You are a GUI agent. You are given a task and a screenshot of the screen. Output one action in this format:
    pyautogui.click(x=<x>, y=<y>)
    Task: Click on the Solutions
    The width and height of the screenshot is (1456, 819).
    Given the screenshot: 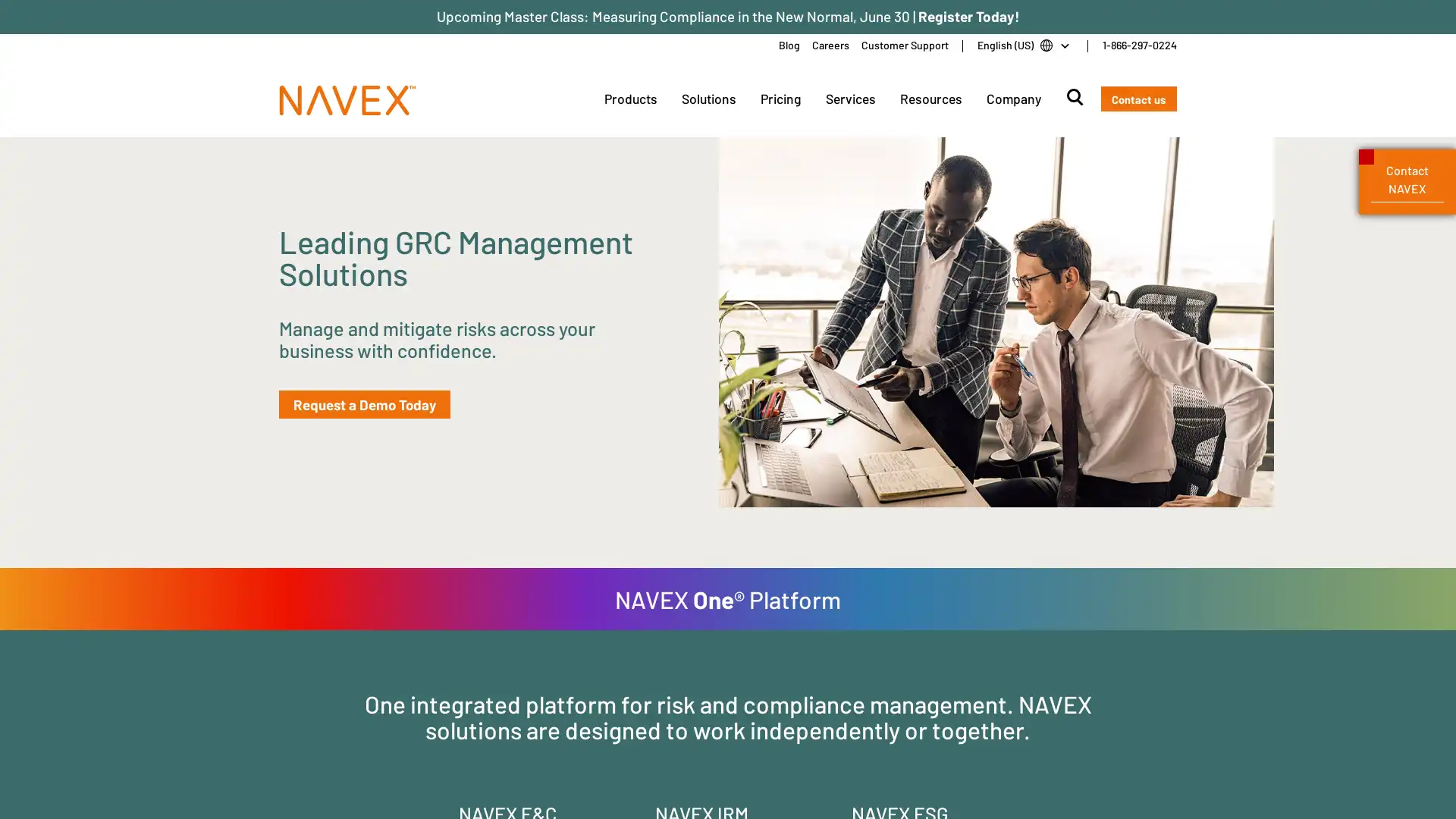 What is the action you would take?
    pyautogui.click(x=708, y=99)
    